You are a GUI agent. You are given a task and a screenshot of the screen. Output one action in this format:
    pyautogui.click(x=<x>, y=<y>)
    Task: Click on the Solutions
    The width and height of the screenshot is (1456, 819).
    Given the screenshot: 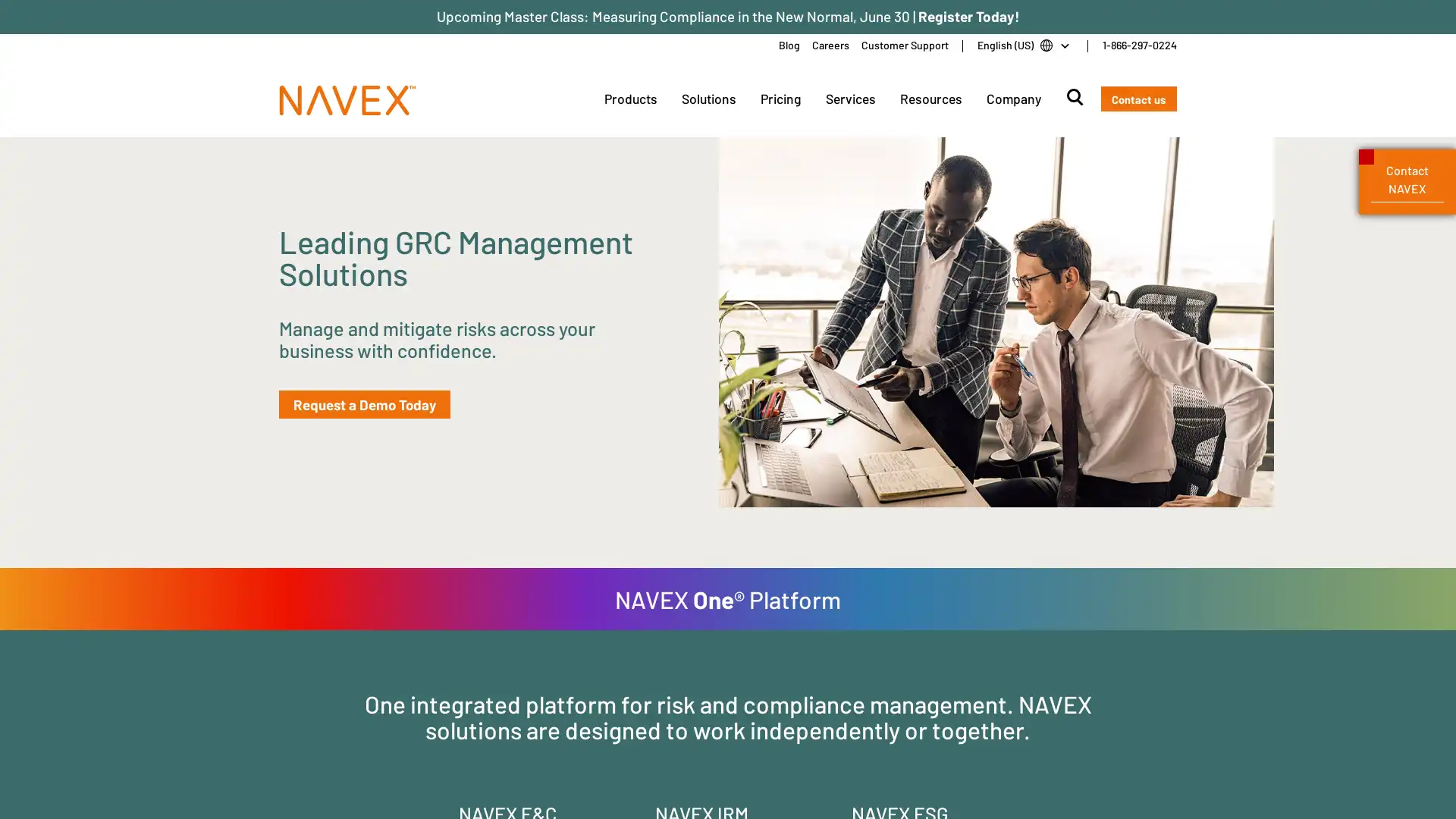 What is the action you would take?
    pyautogui.click(x=708, y=99)
    